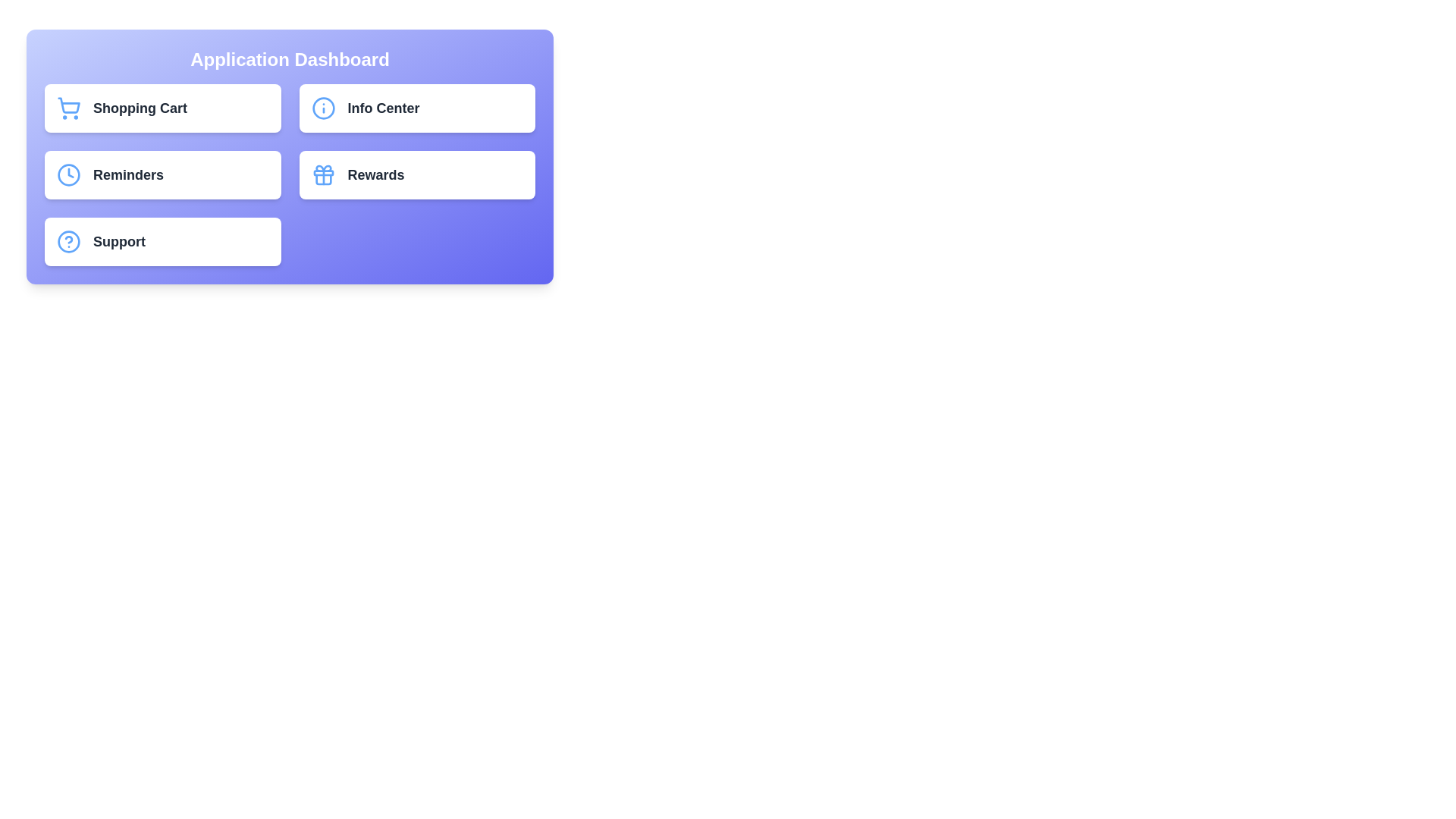  I want to click on the illustrative SVG element that represents the reward or gift box icon located in the 'Rewards' section of the application dashboard, so click(322, 172).